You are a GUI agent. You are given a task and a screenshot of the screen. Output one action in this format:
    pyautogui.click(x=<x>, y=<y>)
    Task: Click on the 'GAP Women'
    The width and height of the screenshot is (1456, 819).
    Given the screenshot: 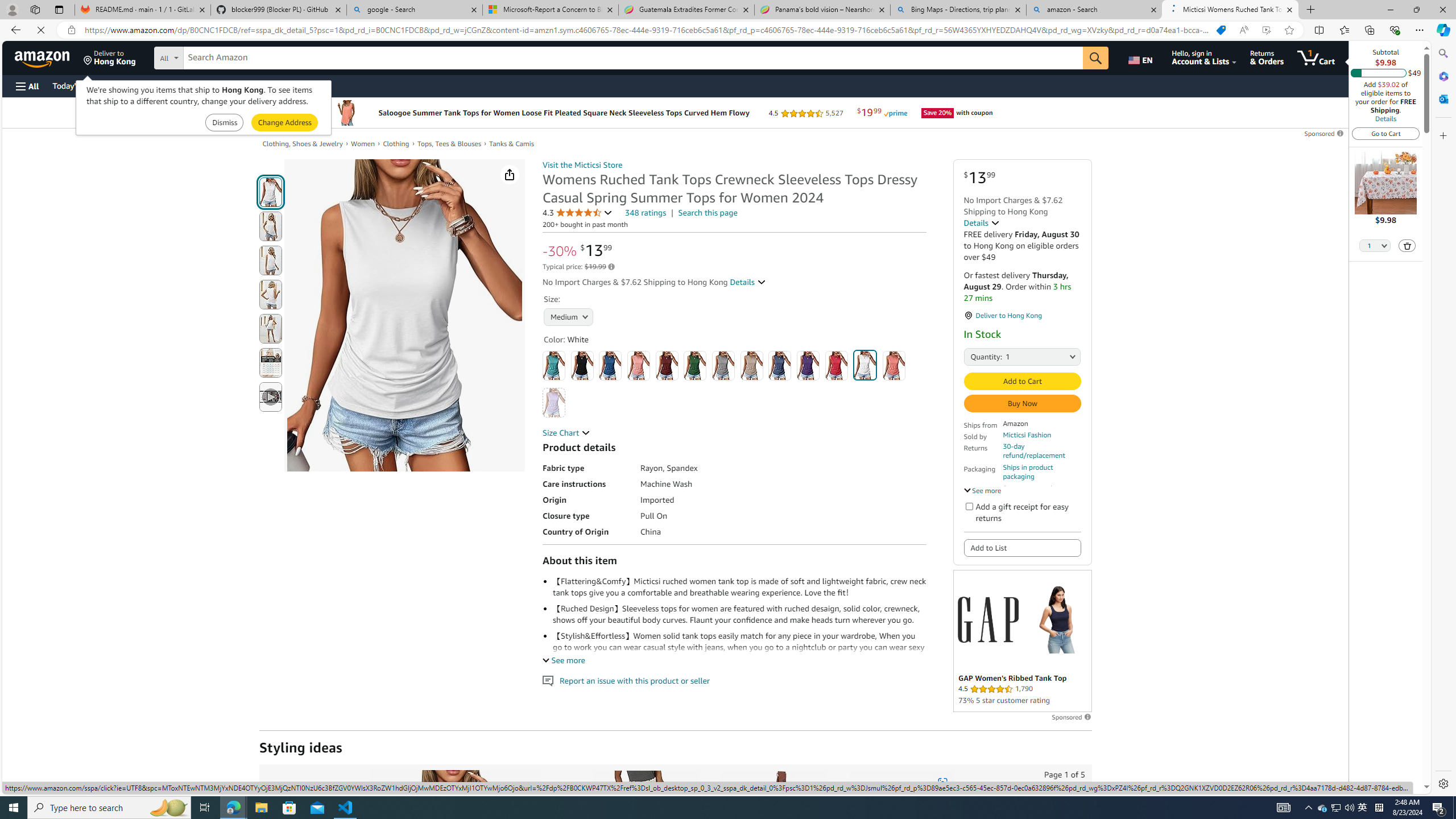 What is the action you would take?
    pyautogui.click(x=1057, y=619)
    